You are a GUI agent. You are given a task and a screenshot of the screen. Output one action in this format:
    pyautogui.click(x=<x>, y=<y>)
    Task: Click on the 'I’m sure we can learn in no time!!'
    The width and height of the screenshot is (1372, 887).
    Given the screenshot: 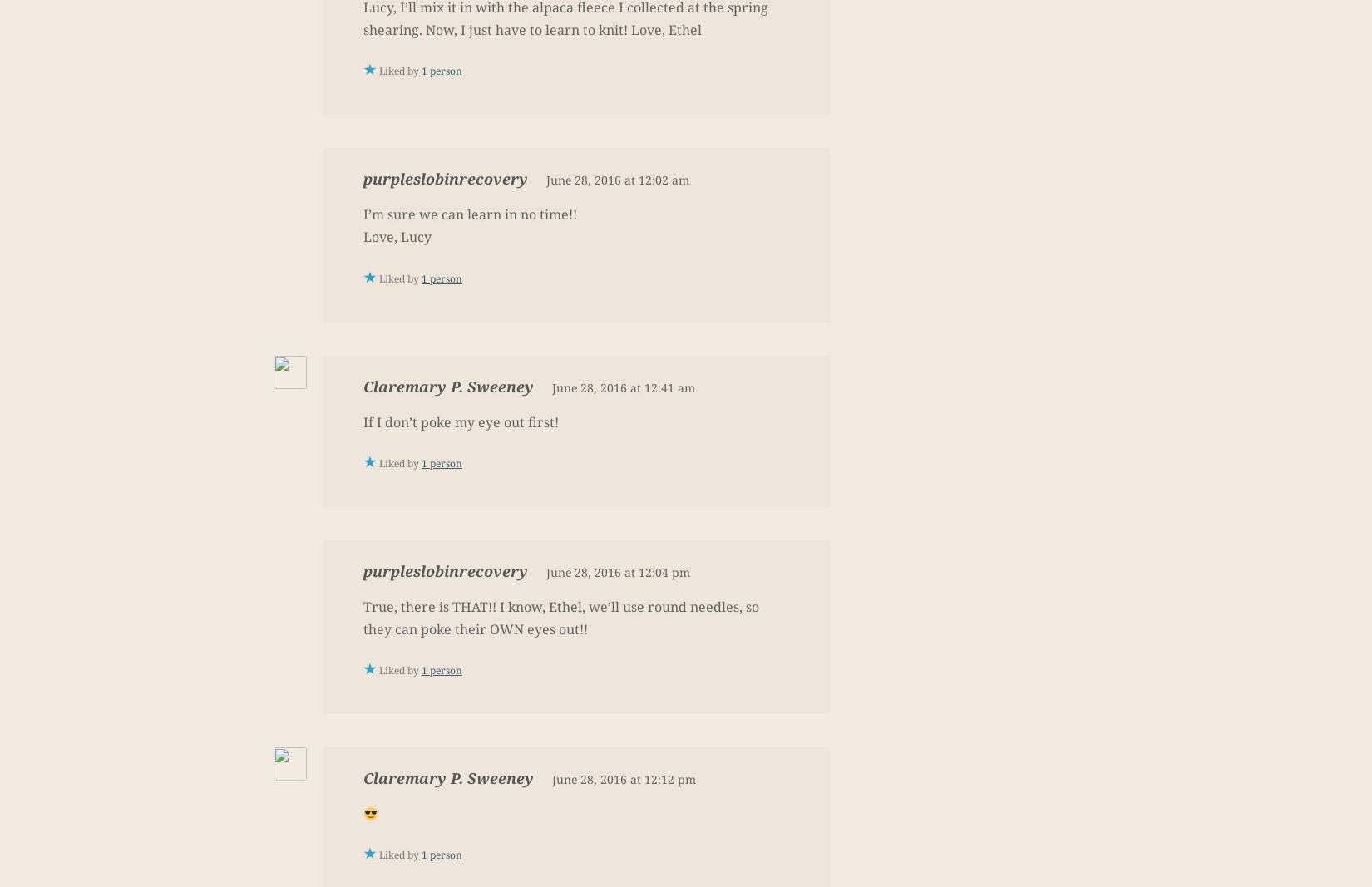 What is the action you would take?
    pyautogui.click(x=469, y=214)
    